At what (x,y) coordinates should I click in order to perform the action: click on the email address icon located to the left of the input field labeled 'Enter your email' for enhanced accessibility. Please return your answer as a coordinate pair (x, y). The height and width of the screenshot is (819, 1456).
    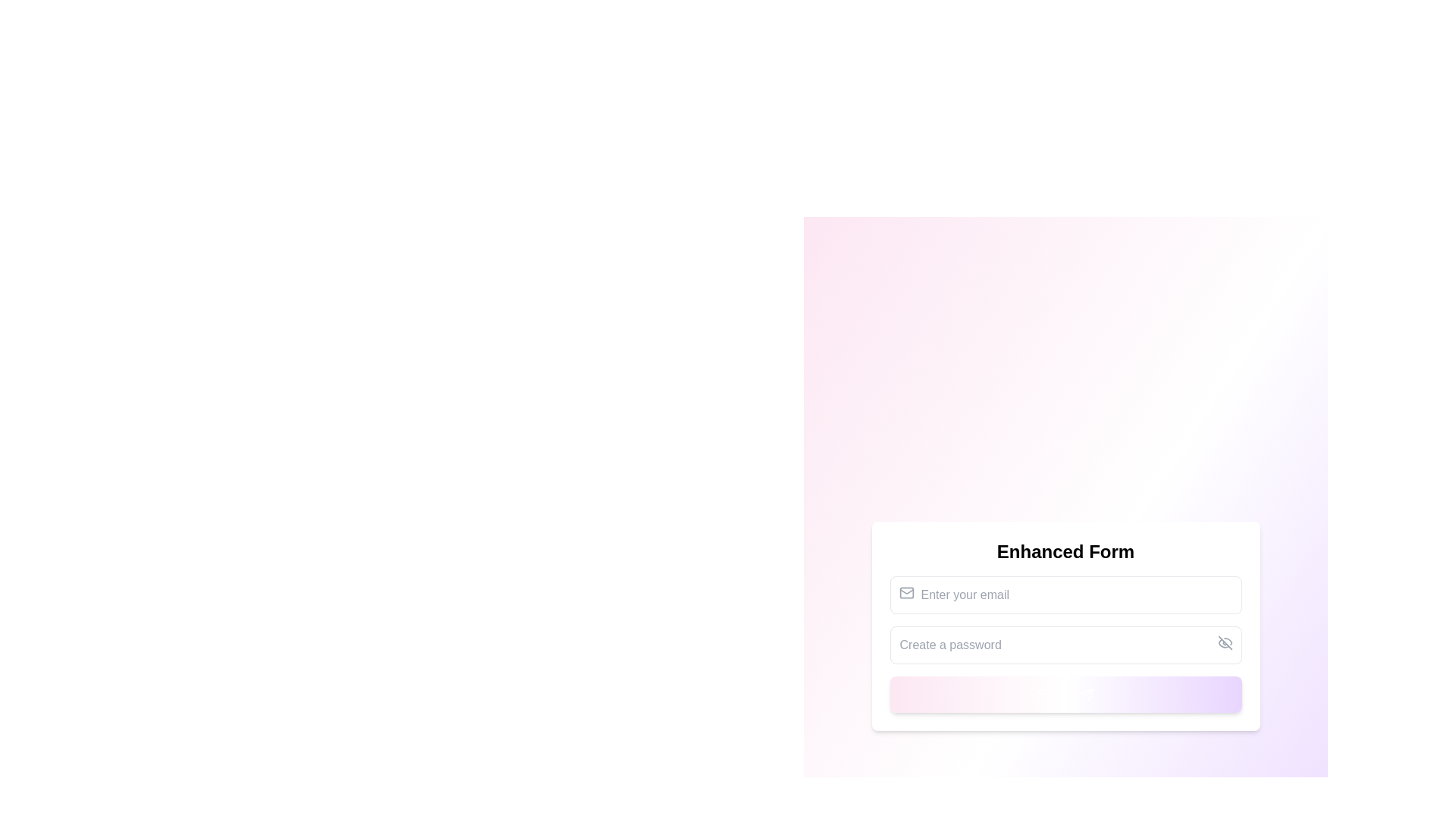
    Looking at the image, I should click on (906, 592).